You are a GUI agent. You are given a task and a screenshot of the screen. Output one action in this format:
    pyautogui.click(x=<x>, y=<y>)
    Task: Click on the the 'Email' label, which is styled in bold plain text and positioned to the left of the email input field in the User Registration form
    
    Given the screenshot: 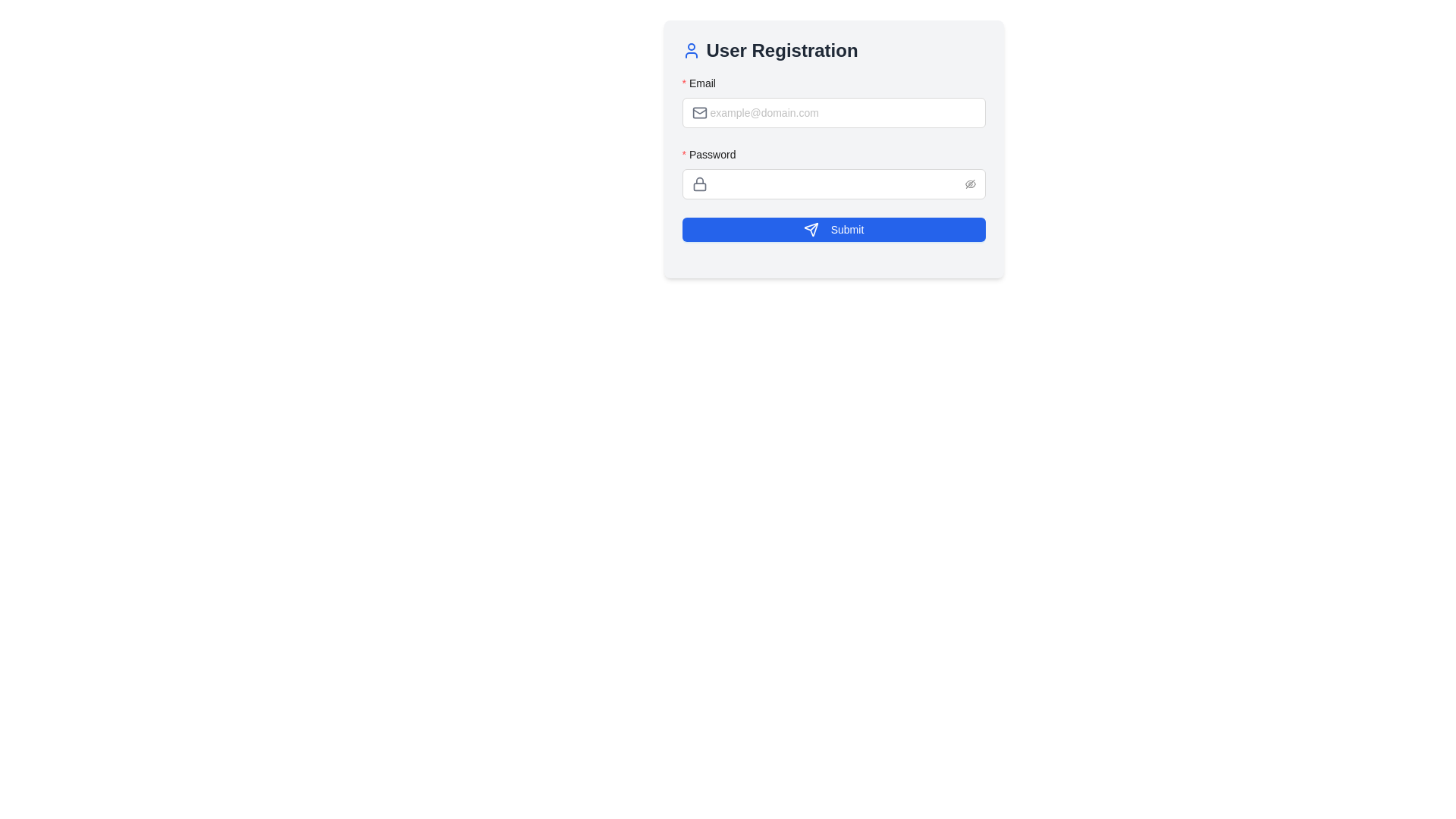 What is the action you would take?
    pyautogui.click(x=703, y=83)
    